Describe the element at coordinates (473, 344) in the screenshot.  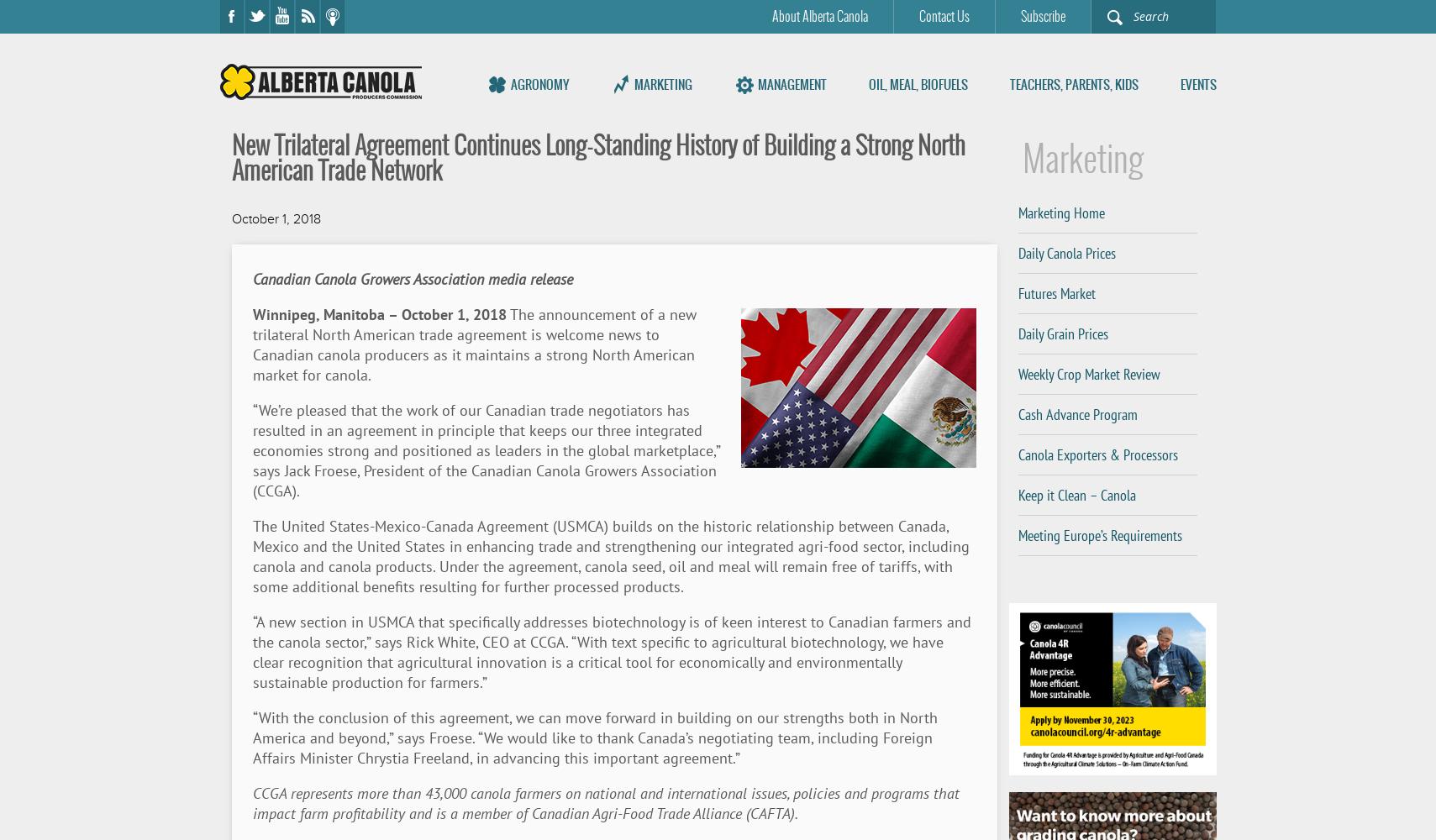
I see `'The announcement of a new trilateral North American trade agreement is welcome news to Canadian canola producers as it maintains a strong North American market for canola.'` at that location.